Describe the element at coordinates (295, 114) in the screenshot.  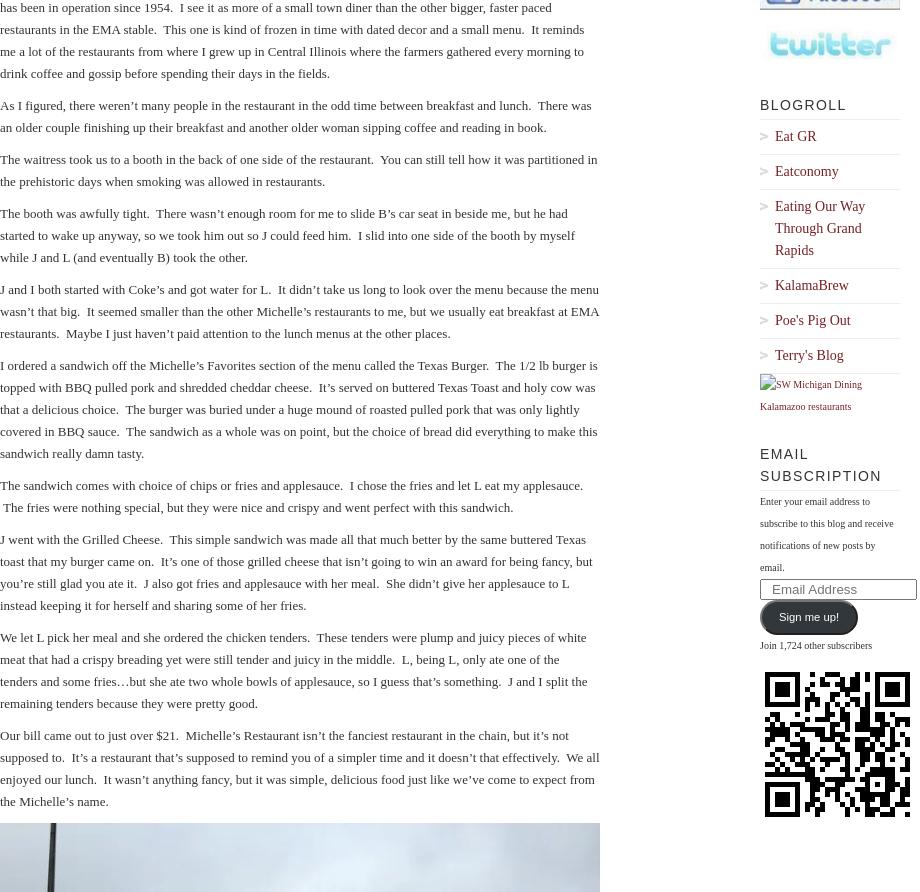
I see `'As I figured, there weren’t many people in the restaurant in the odd time between breakfast and lunch.  There was an older couple finishing up their breakfast and another older woman sipping coffee and reading in book.'` at that location.